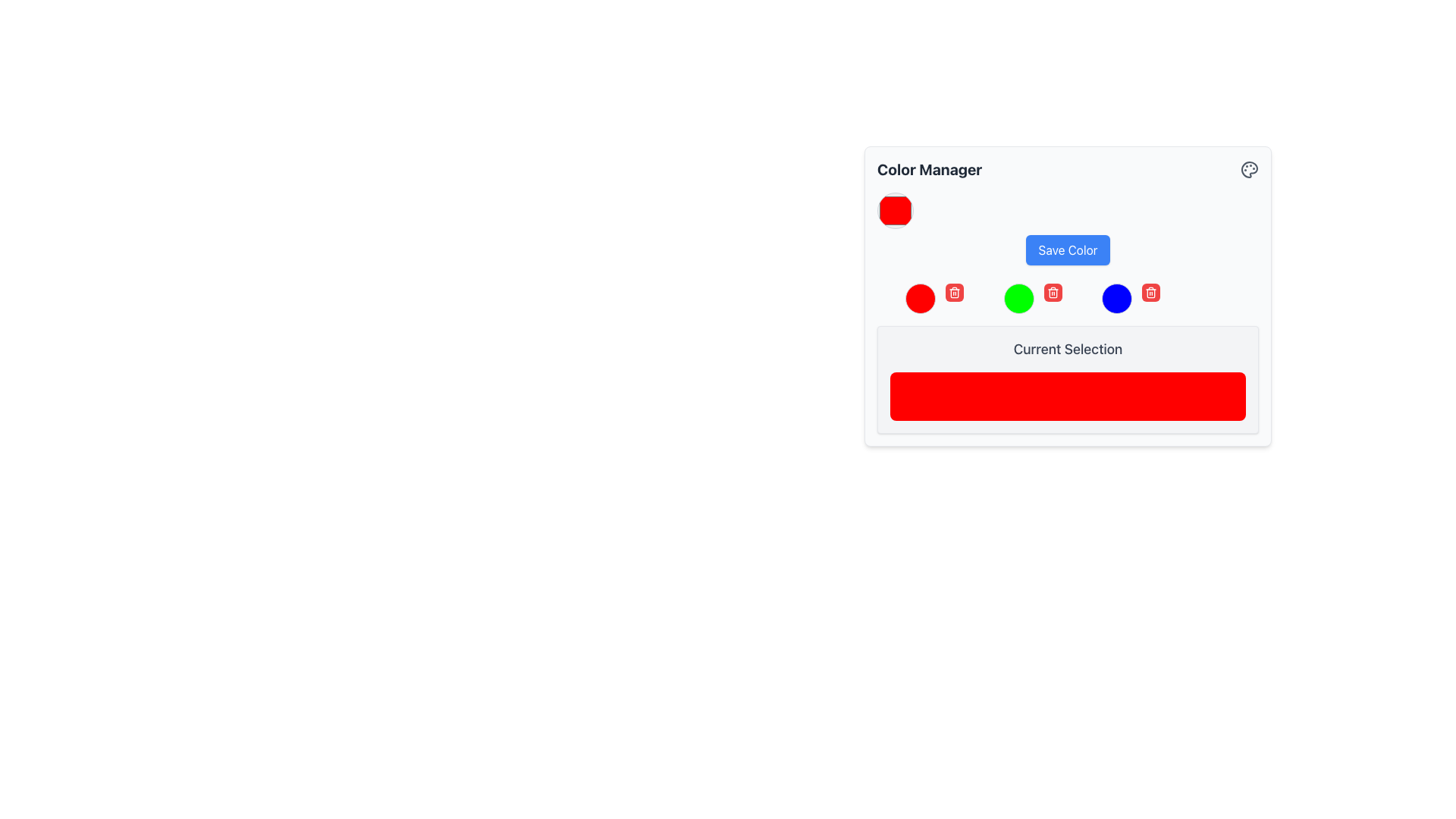 Image resolution: width=1456 pixels, height=819 pixels. I want to click on the second circular button in the color selection tool, so click(1018, 298).